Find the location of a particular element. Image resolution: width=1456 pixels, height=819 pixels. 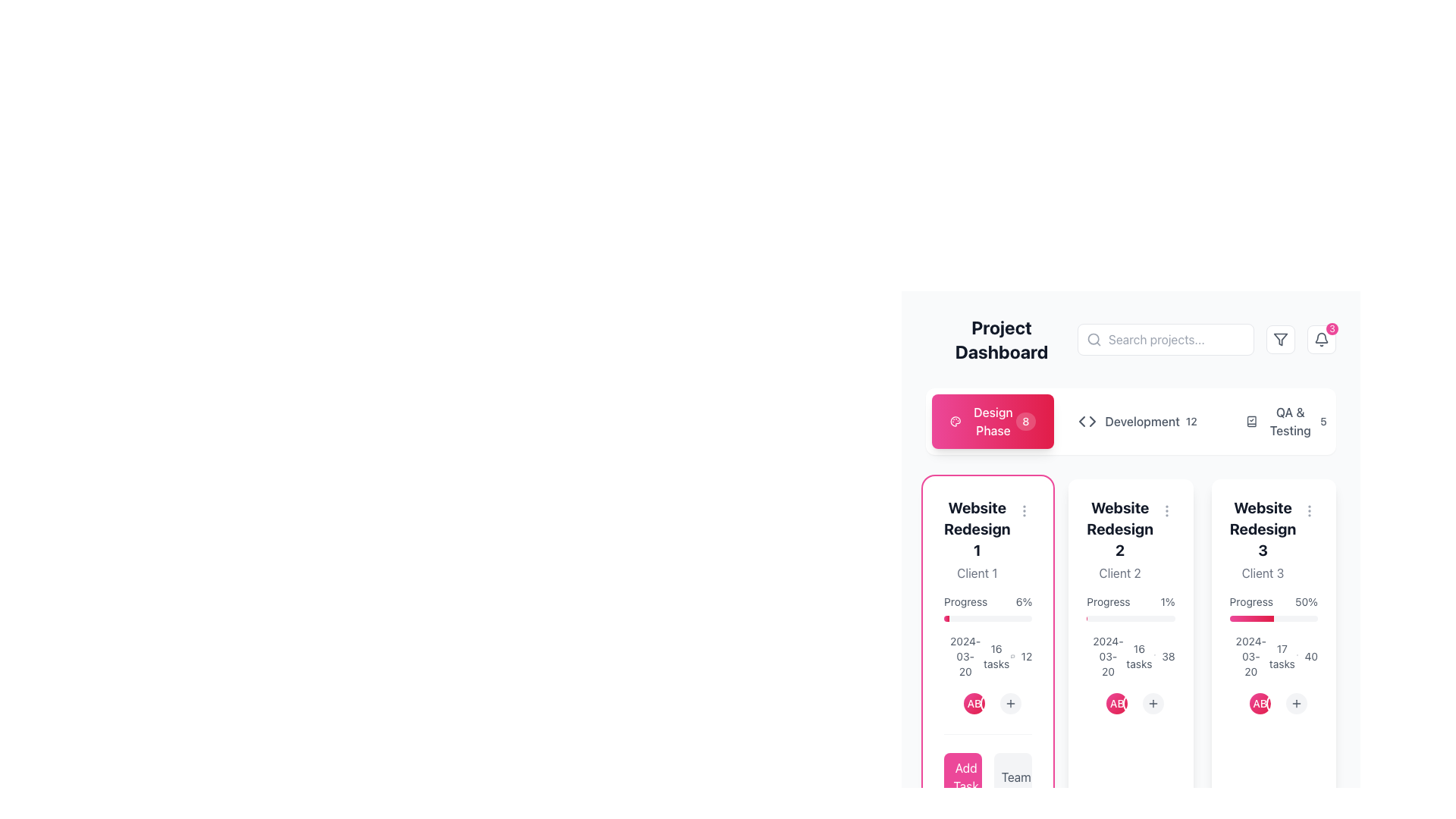

text information displayed in the Text Label showing '16 tasks', which is part of the card labeled 'Website Redesign 1', positioned below a progress bar and next to the date '2024-03-20' is located at coordinates (996, 656).